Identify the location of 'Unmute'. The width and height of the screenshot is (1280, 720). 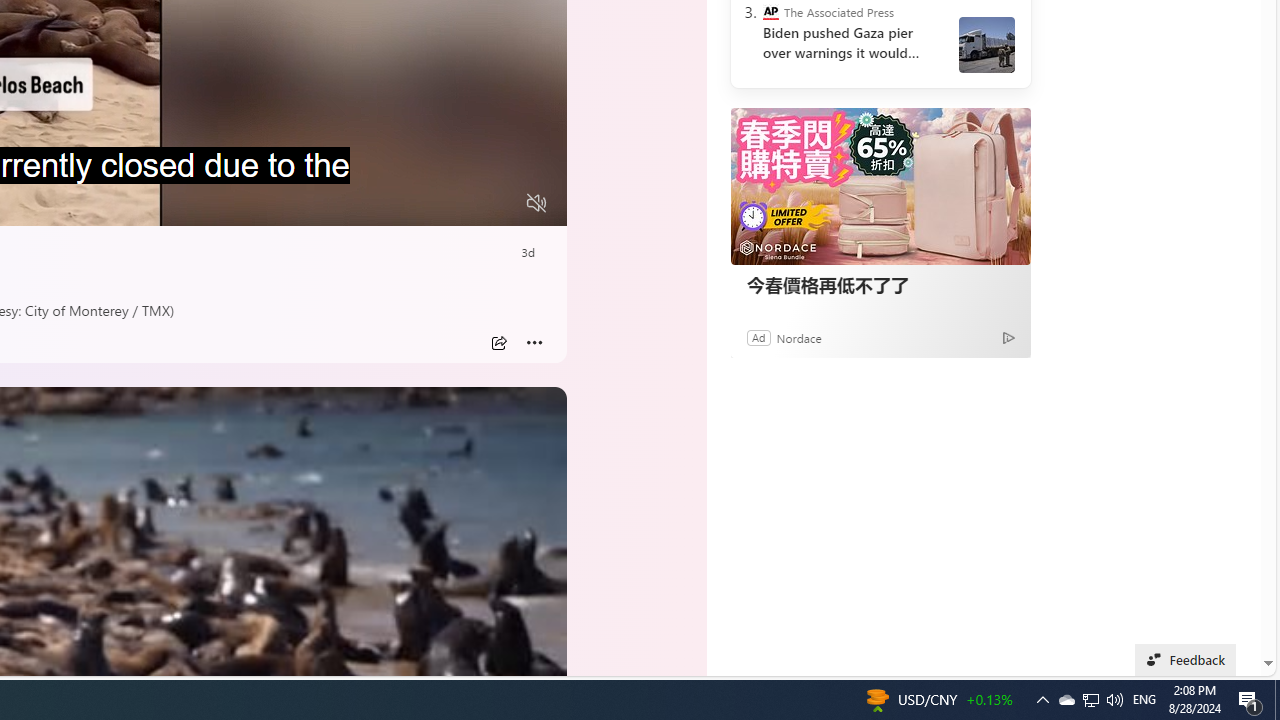
(536, 203).